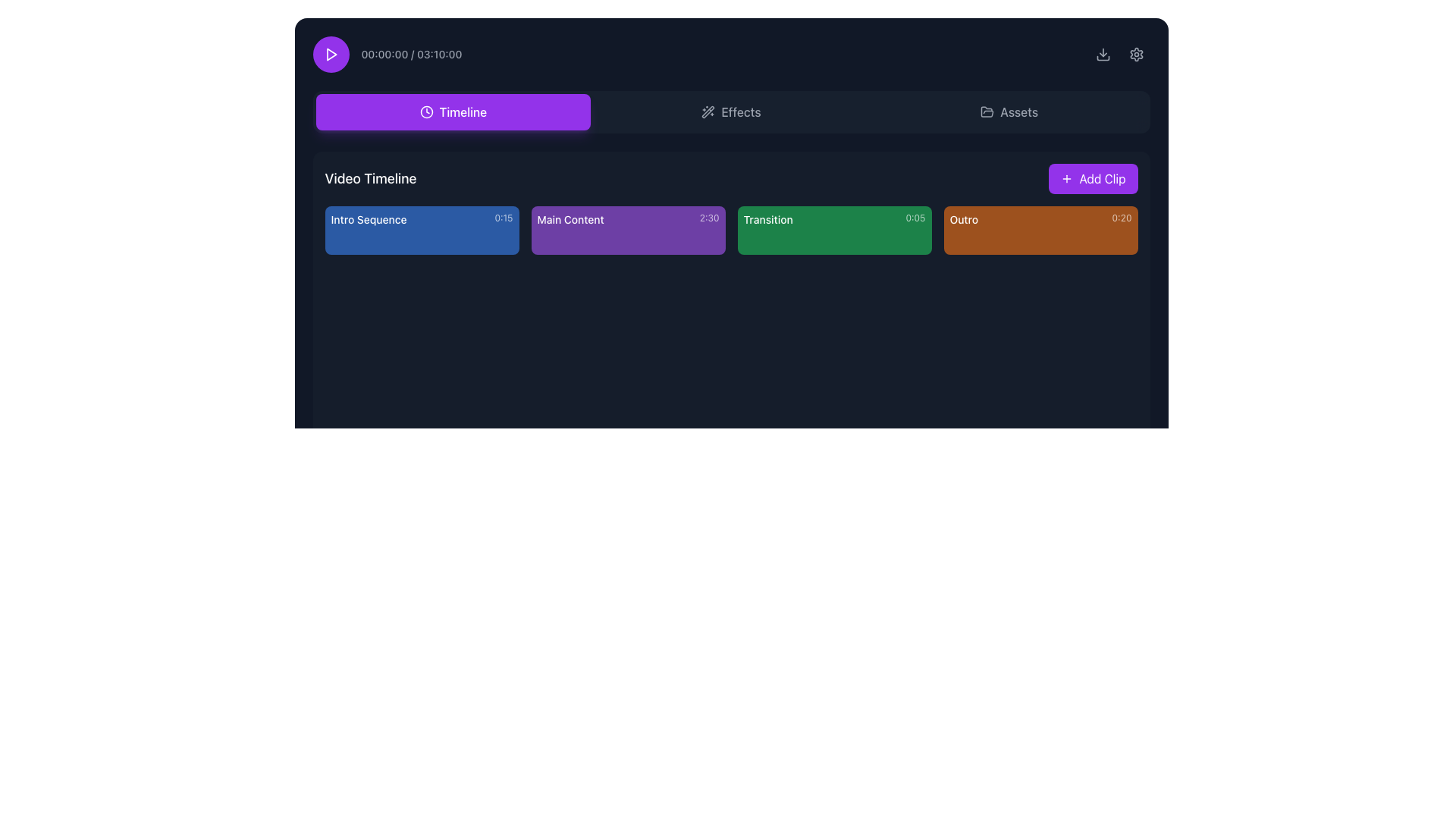 This screenshot has width=1456, height=819. What do you see at coordinates (1019, 111) in the screenshot?
I see `the 'Assets' label, which is a text label displayed in white on a dark background, located in the top central navigation bar to the right of a folder icon` at bounding box center [1019, 111].